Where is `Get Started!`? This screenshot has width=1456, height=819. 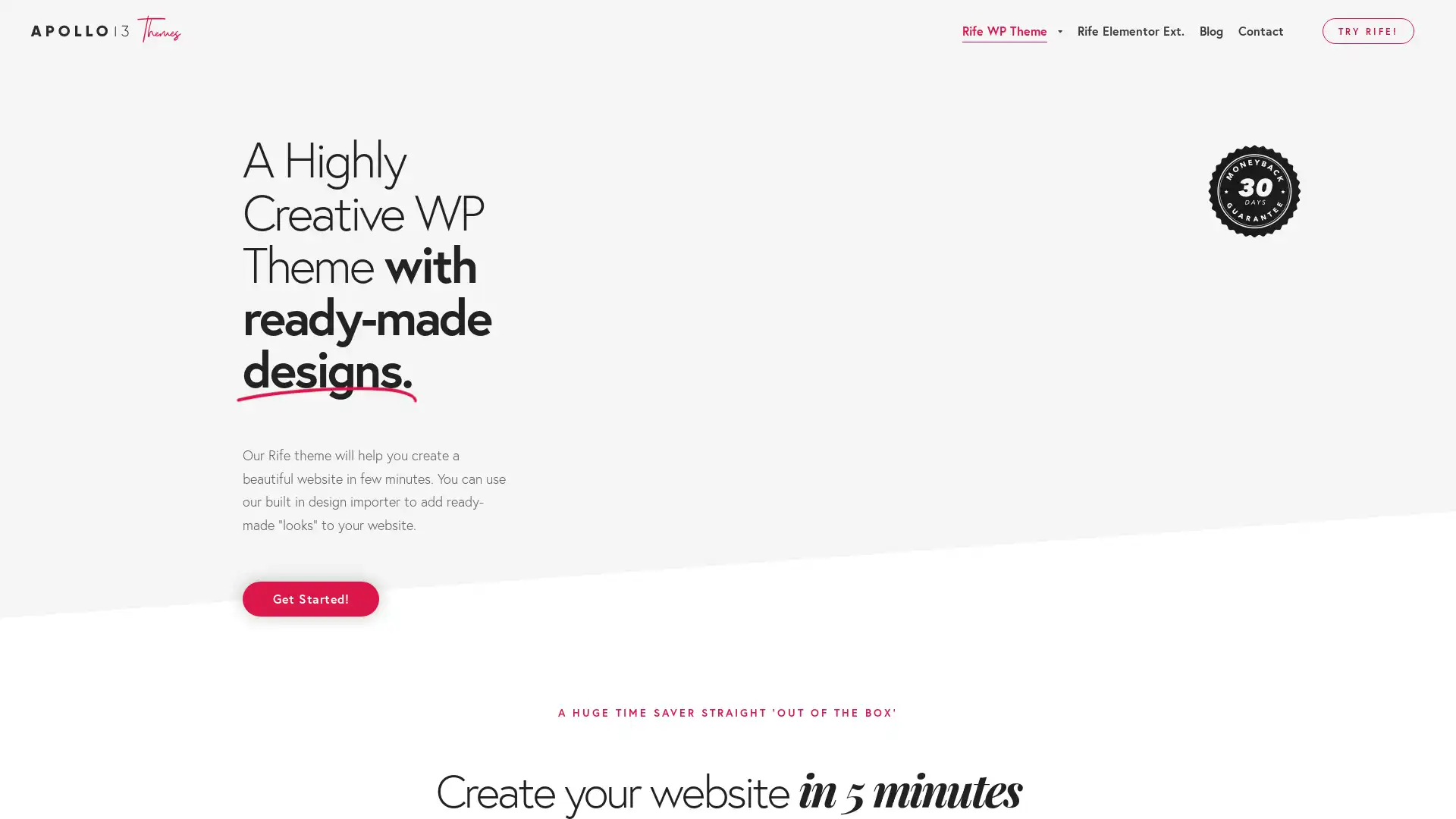 Get Started! is located at coordinates (309, 598).